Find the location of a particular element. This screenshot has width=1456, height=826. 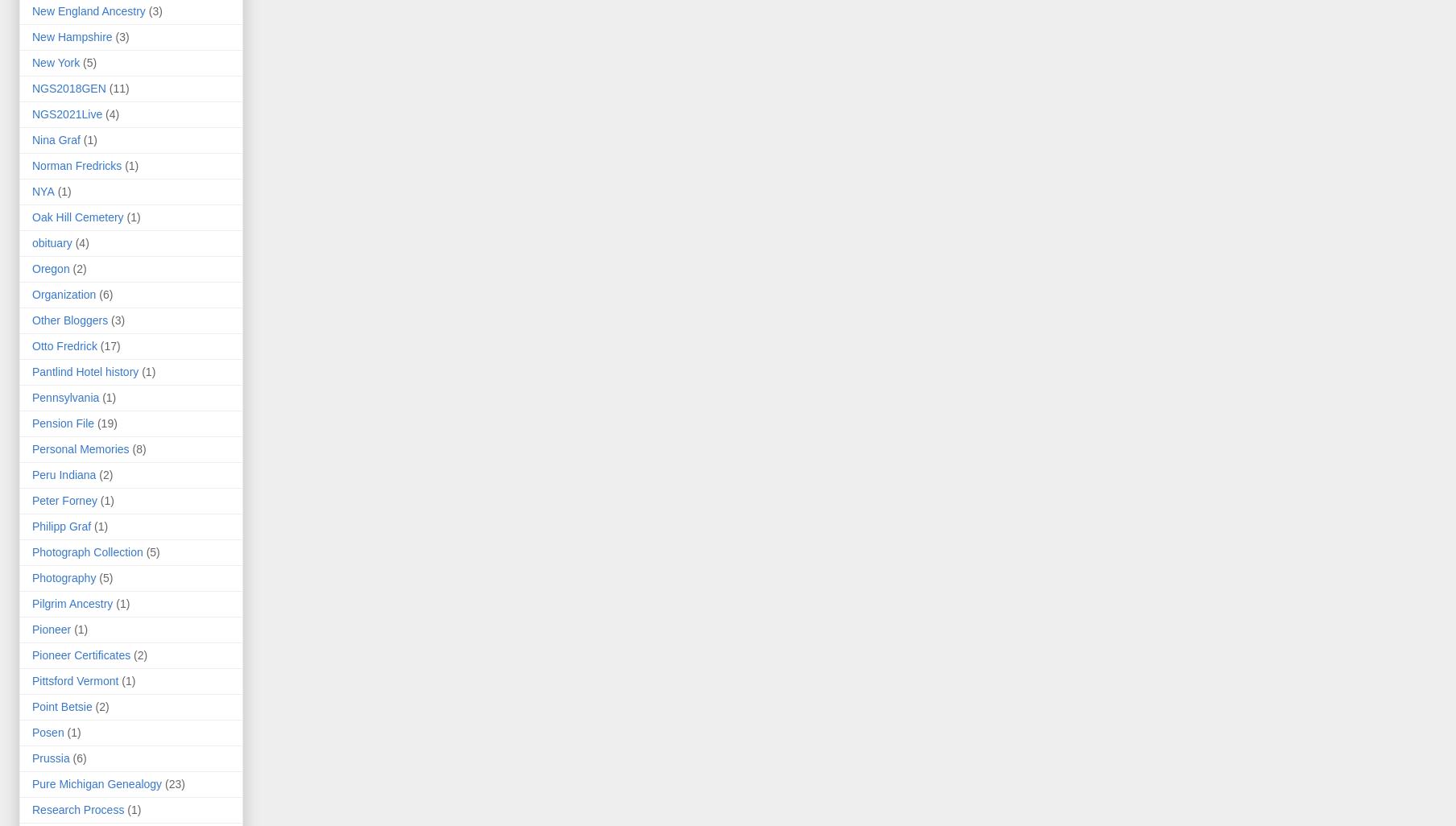

'Other Bloggers' is located at coordinates (68, 319).